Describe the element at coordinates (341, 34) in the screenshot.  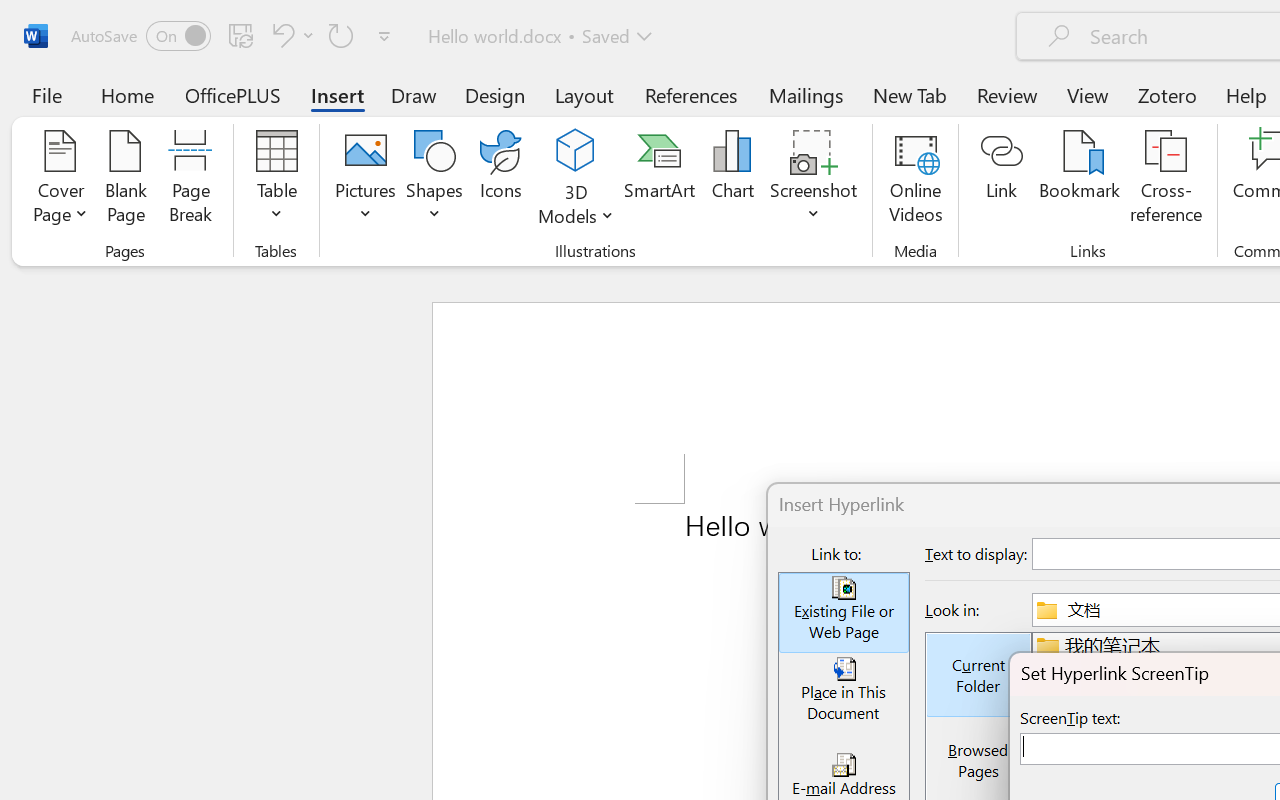
I see `'Can'` at that location.